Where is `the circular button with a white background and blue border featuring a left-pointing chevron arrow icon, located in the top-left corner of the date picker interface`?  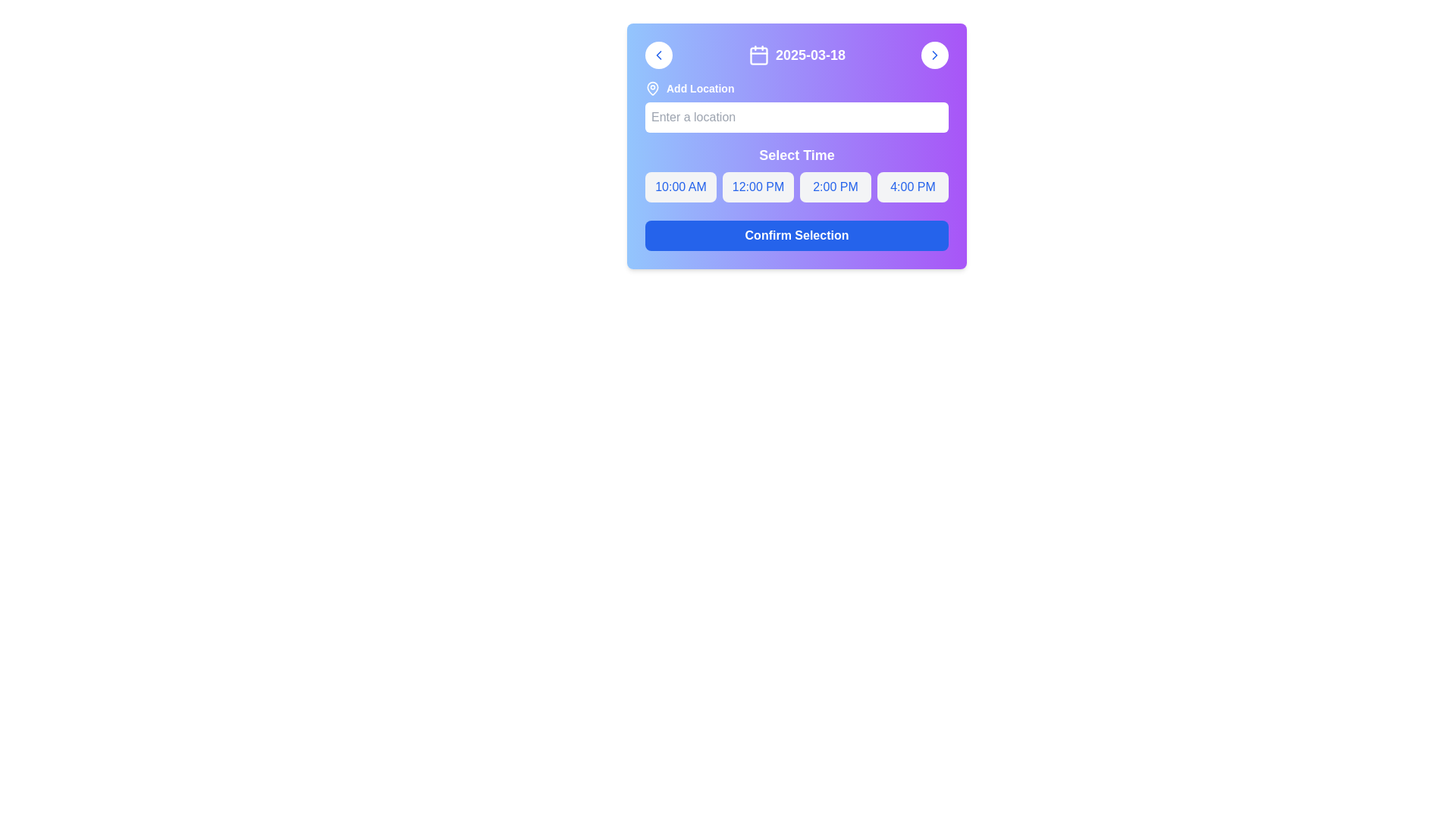
the circular button with a white background and blue border featuring a left-pointing chevron arrow icon, located in the top-left corner of the date picker interface is located at coordinates (658, 55).